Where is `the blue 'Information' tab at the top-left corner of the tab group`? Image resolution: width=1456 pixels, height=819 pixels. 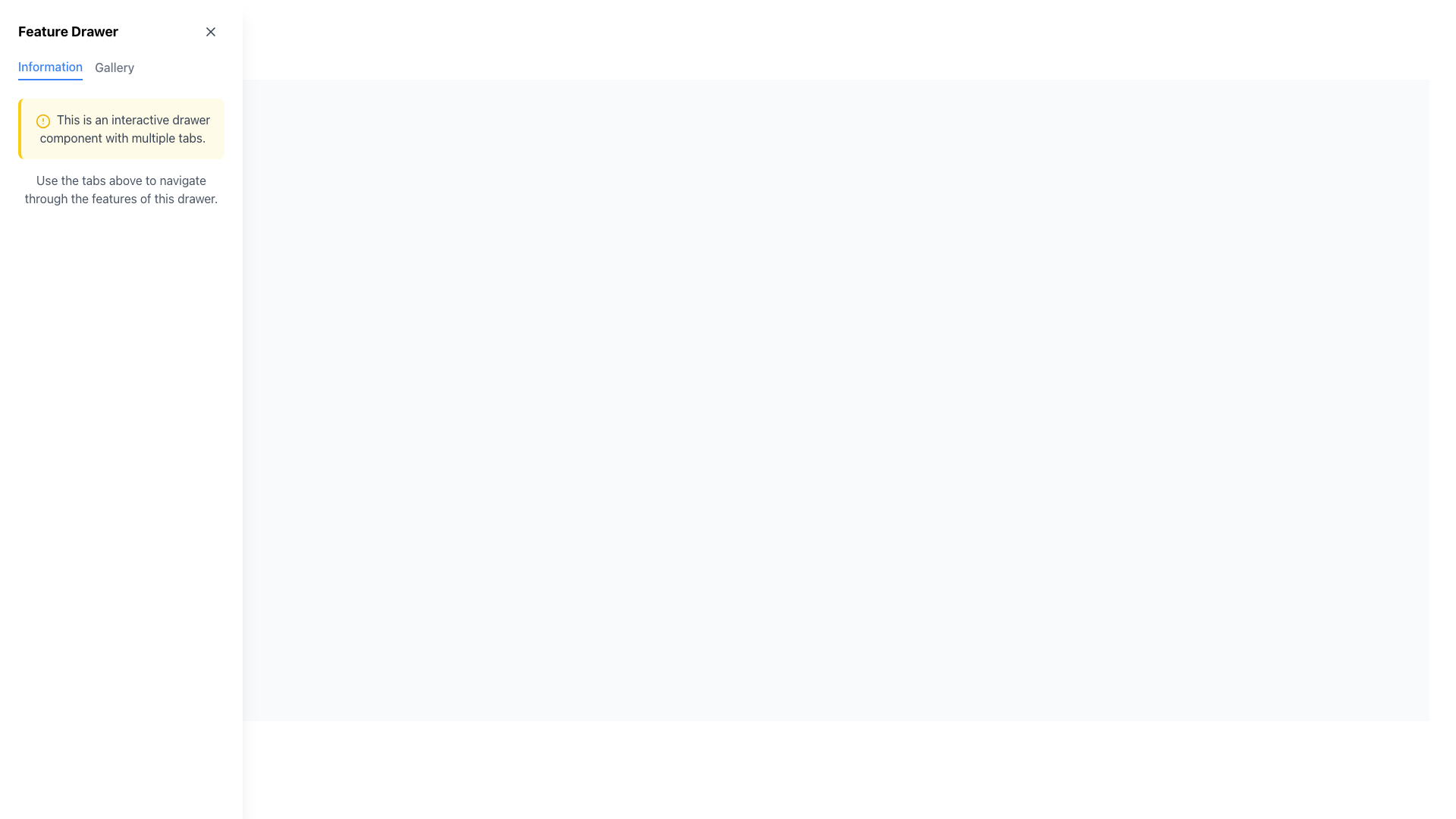
the blue 'Information' tab at the top-left corner of the tab group is located at coordinates (50, 69).